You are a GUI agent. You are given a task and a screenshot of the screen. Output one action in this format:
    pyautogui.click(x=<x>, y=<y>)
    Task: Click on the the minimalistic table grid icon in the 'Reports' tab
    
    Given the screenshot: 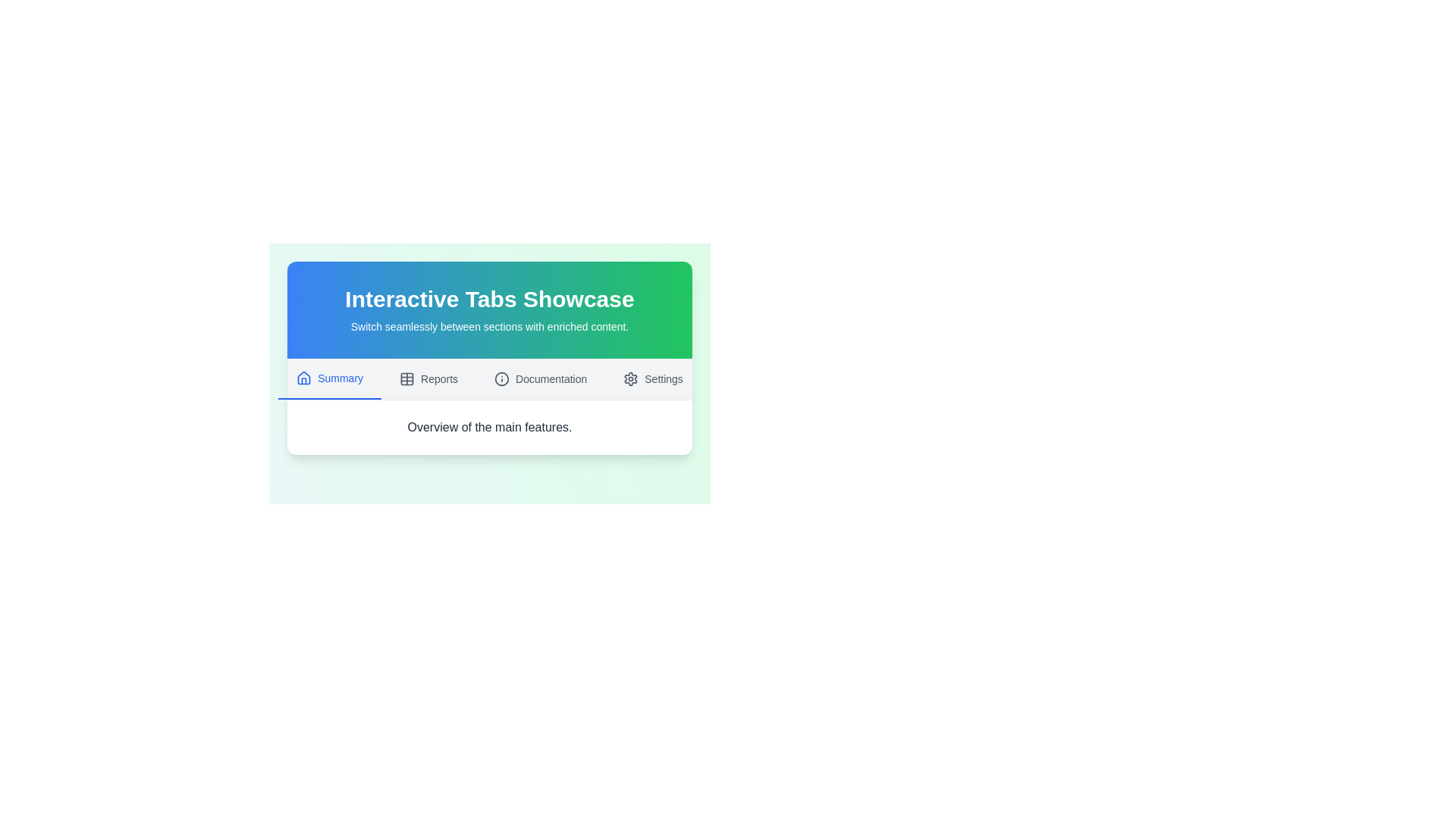 What is the action you would take?
    pyautogui.click(x=407, y=378)
    